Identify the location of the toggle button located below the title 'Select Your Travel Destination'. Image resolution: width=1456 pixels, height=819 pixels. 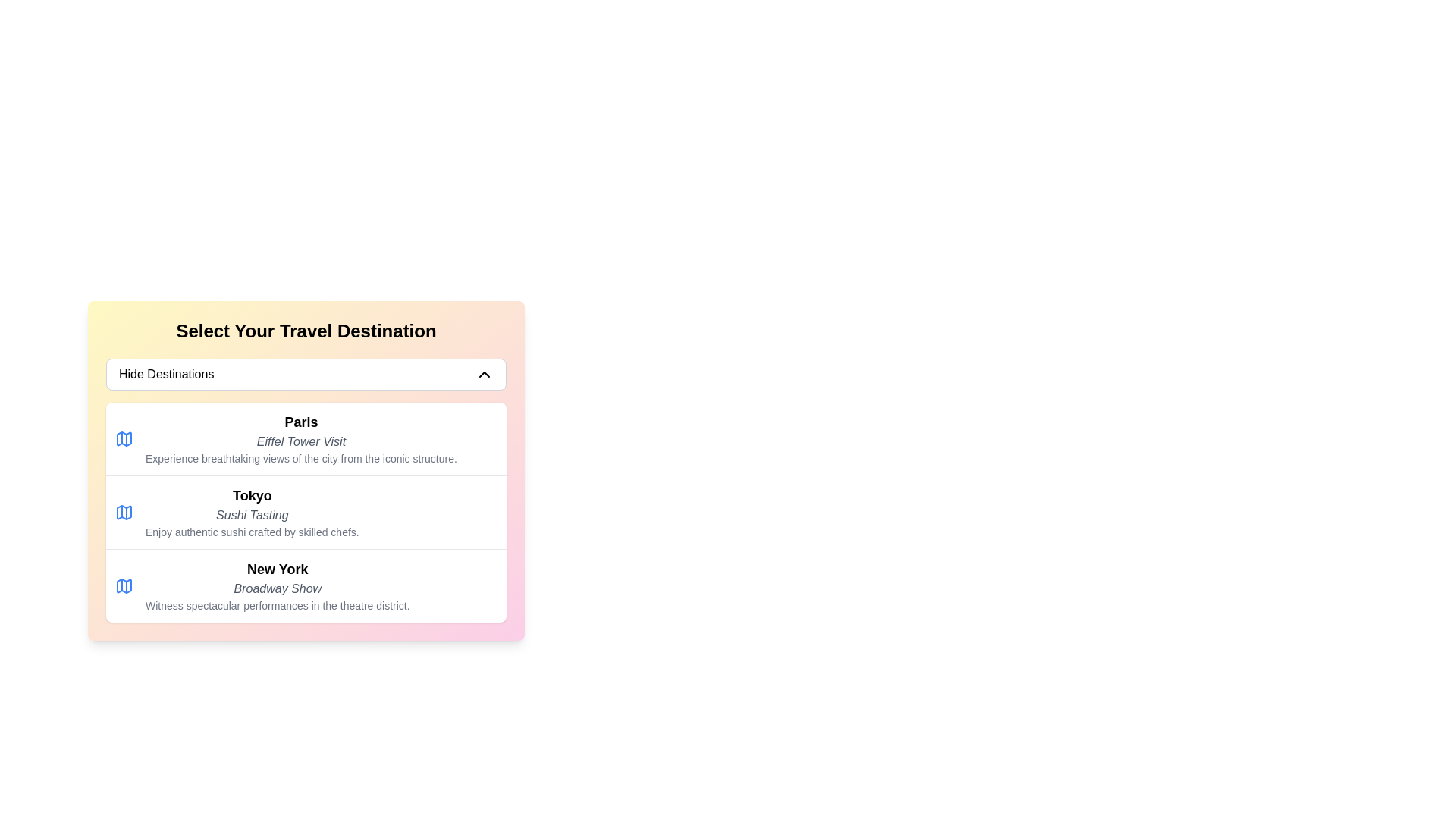
(305, 374).